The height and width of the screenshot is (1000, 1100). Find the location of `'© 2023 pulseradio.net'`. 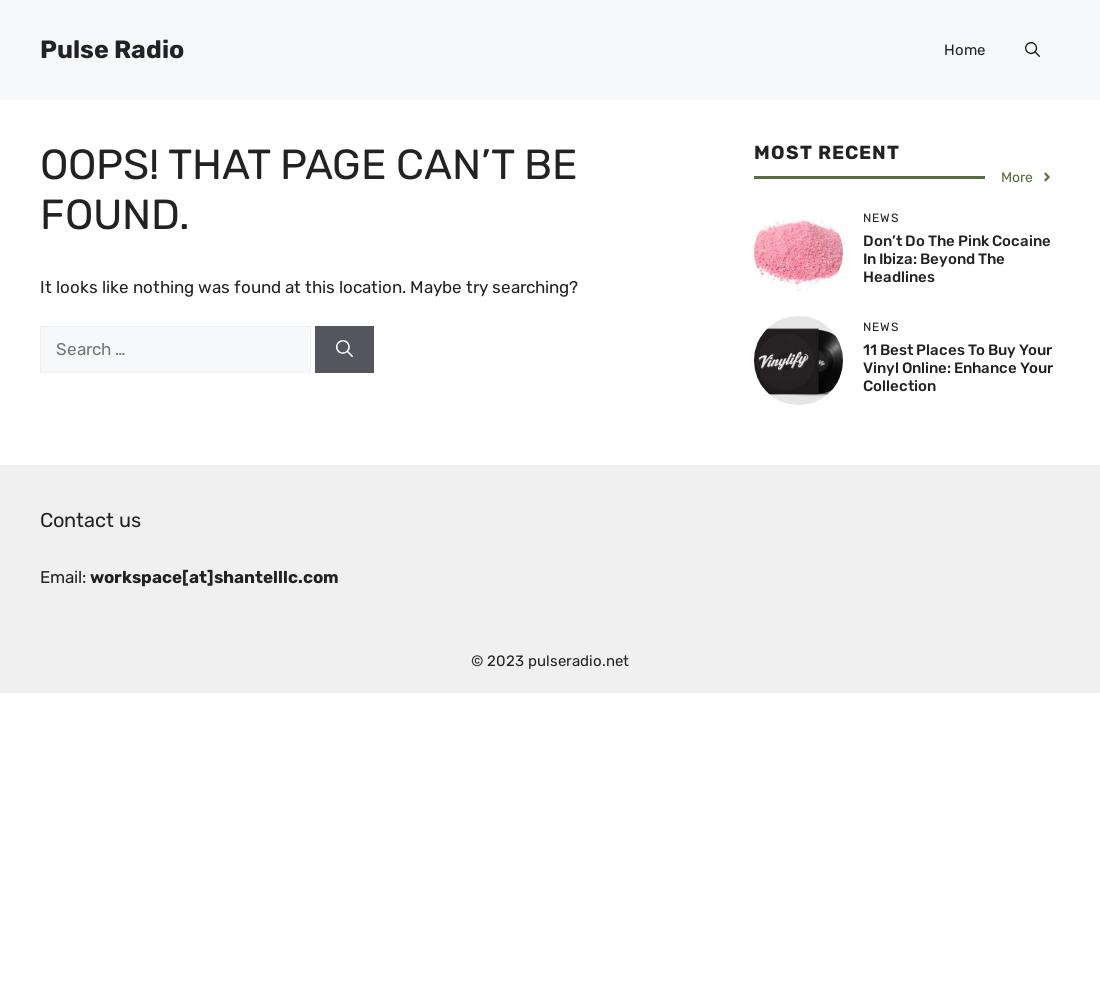

'© 2023 pulseradio.net' is located at coordinates (550, 661).